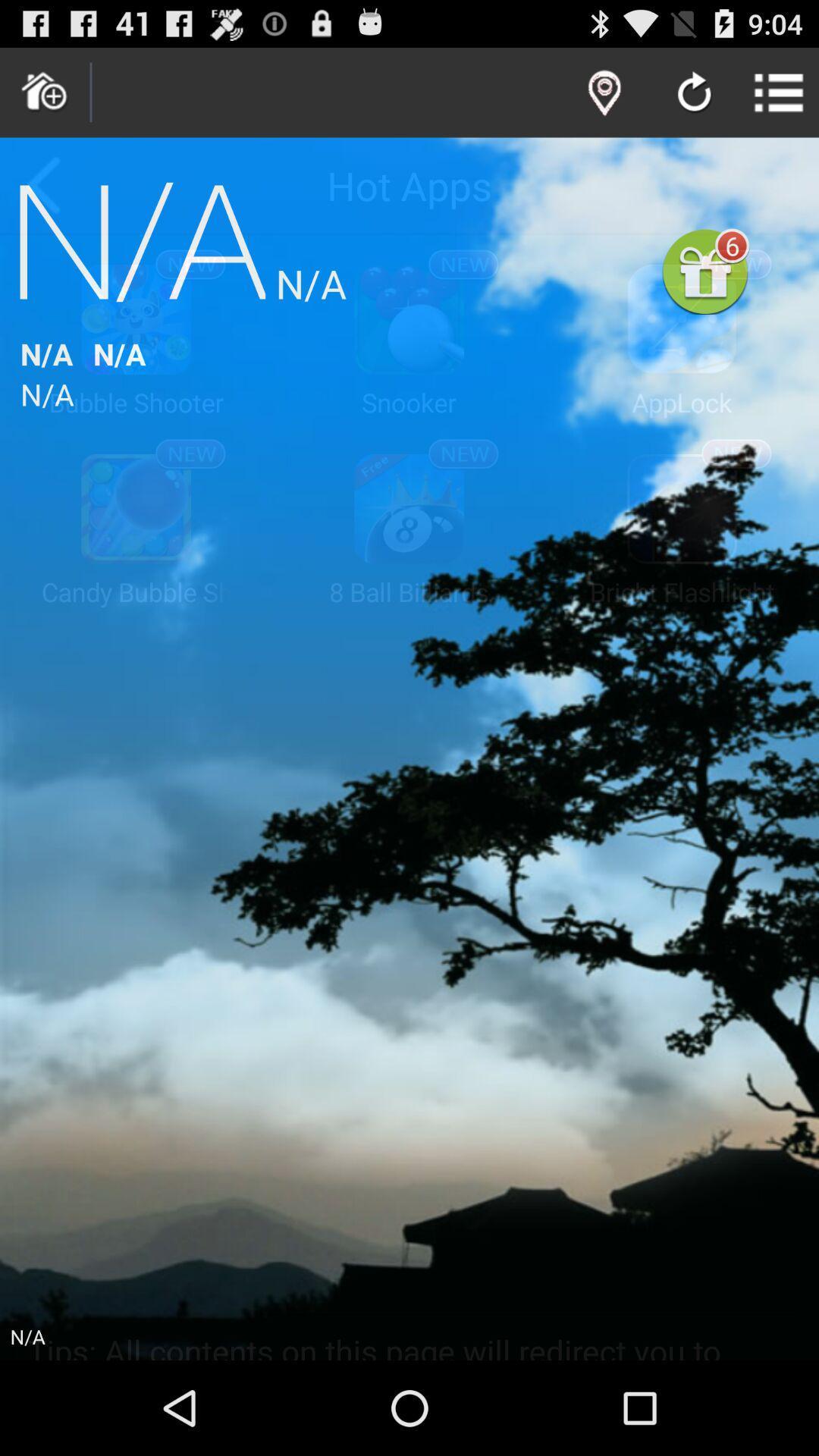 The image size is (819, 1456). I want to click on location, so click(604, 92).